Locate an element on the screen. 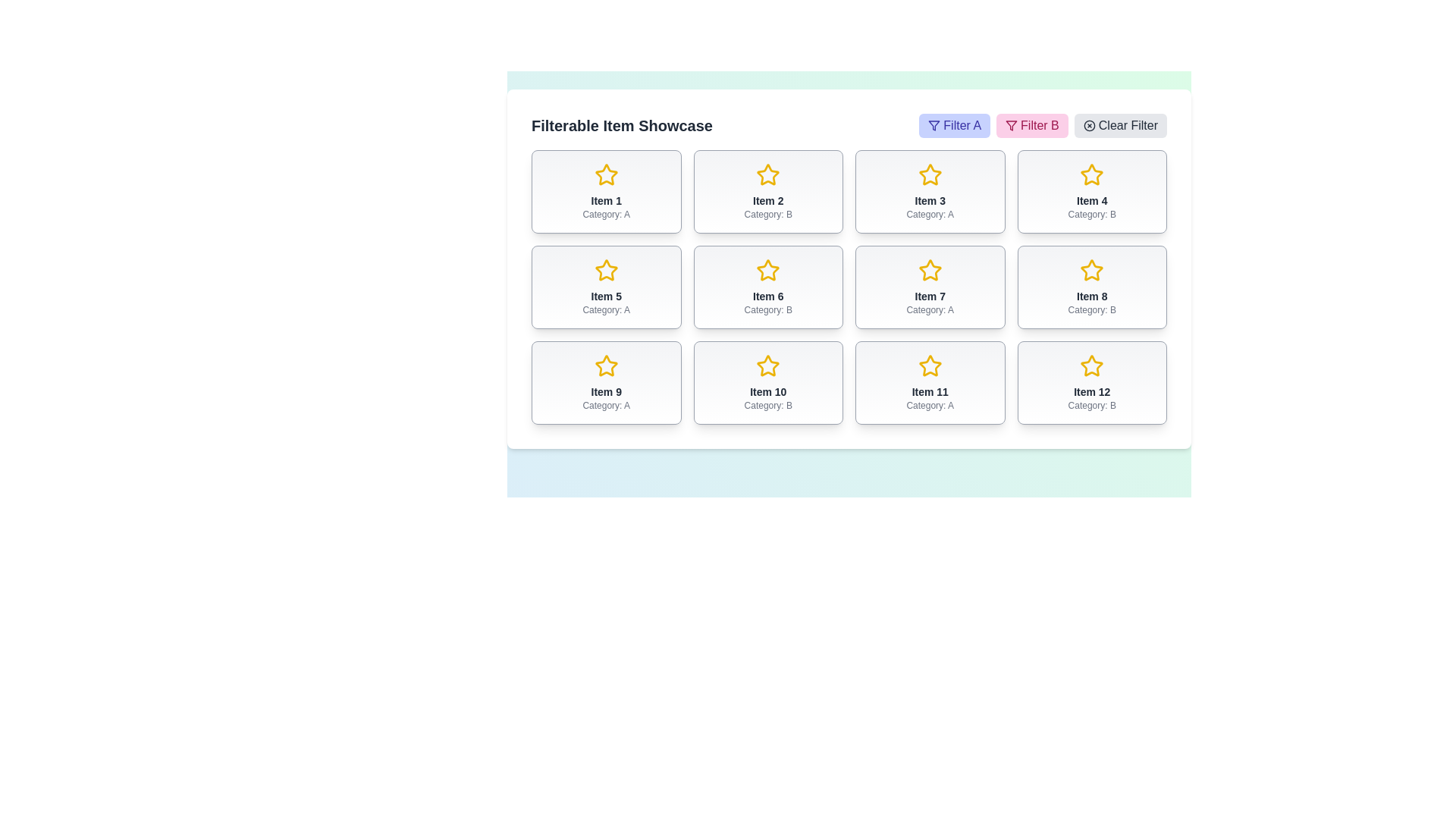  the icon inside the 'Filter B' button located in the top-right section of the interface, which visually indicates the button's purpose related to filtering items is located at coordinates (1012, 124).